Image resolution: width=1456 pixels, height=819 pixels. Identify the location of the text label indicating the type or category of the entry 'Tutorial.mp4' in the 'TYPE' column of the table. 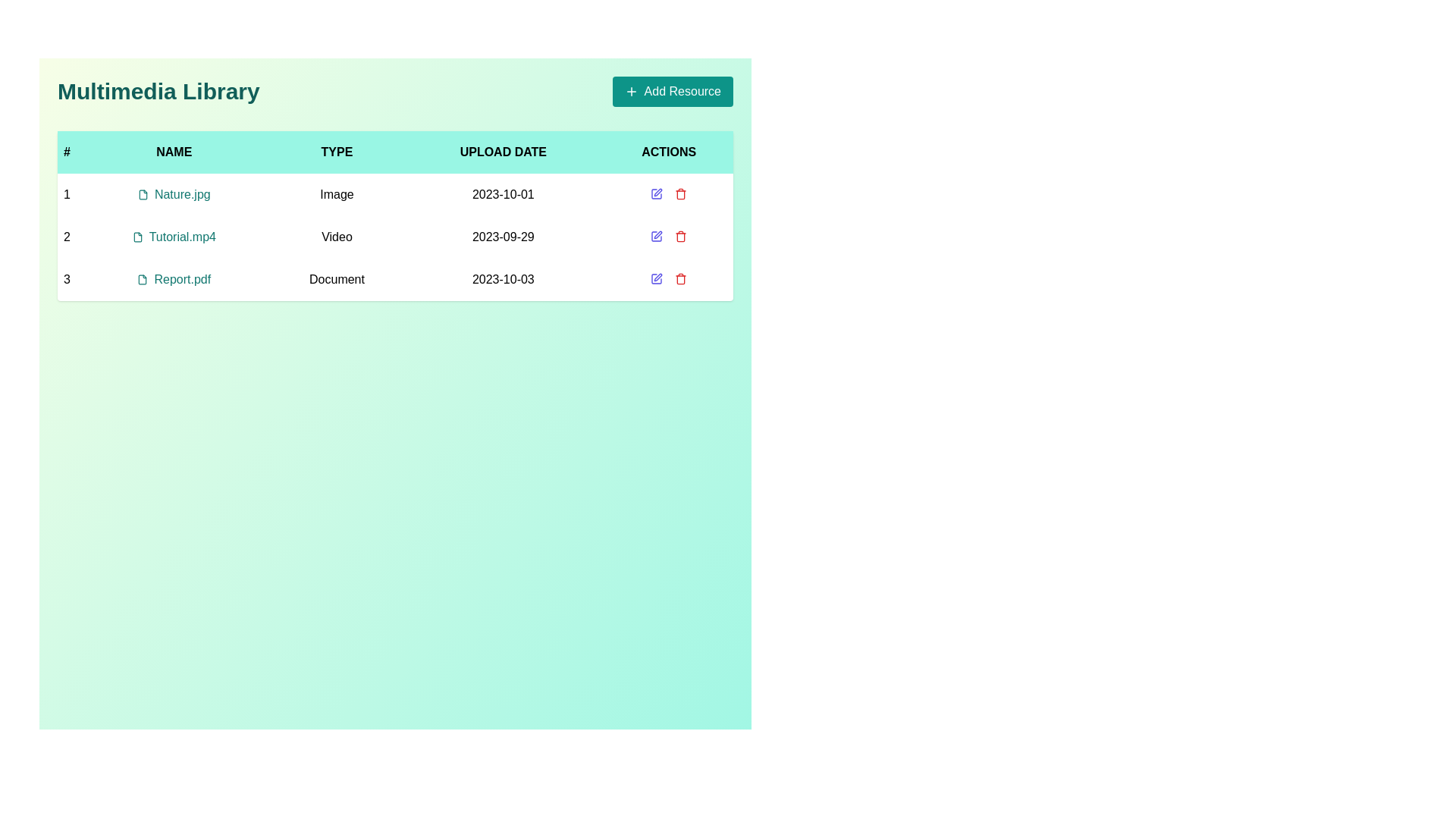
(336, 237).